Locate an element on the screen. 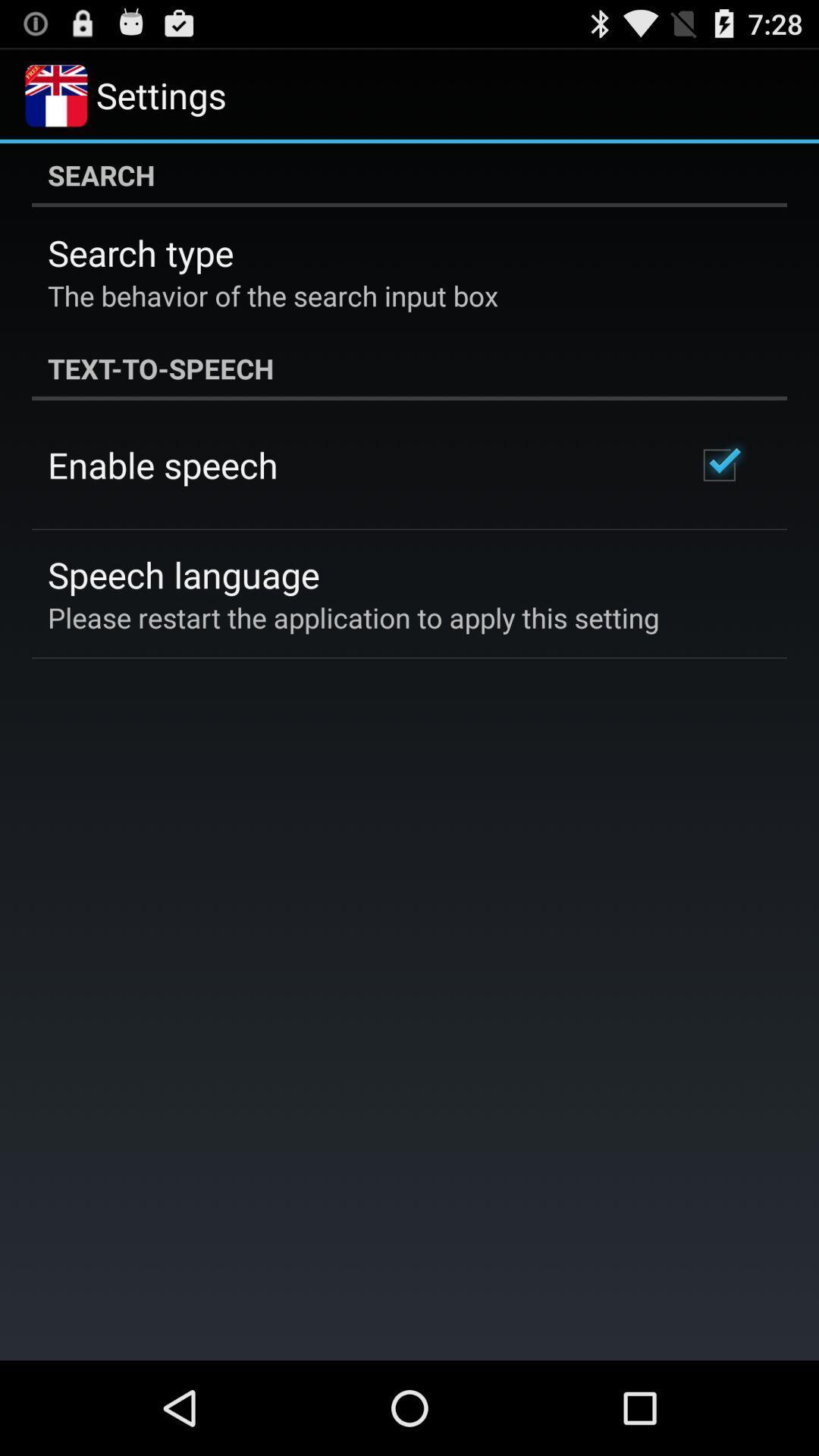  the icon below the enable speech is located at coordinates (183, 573).